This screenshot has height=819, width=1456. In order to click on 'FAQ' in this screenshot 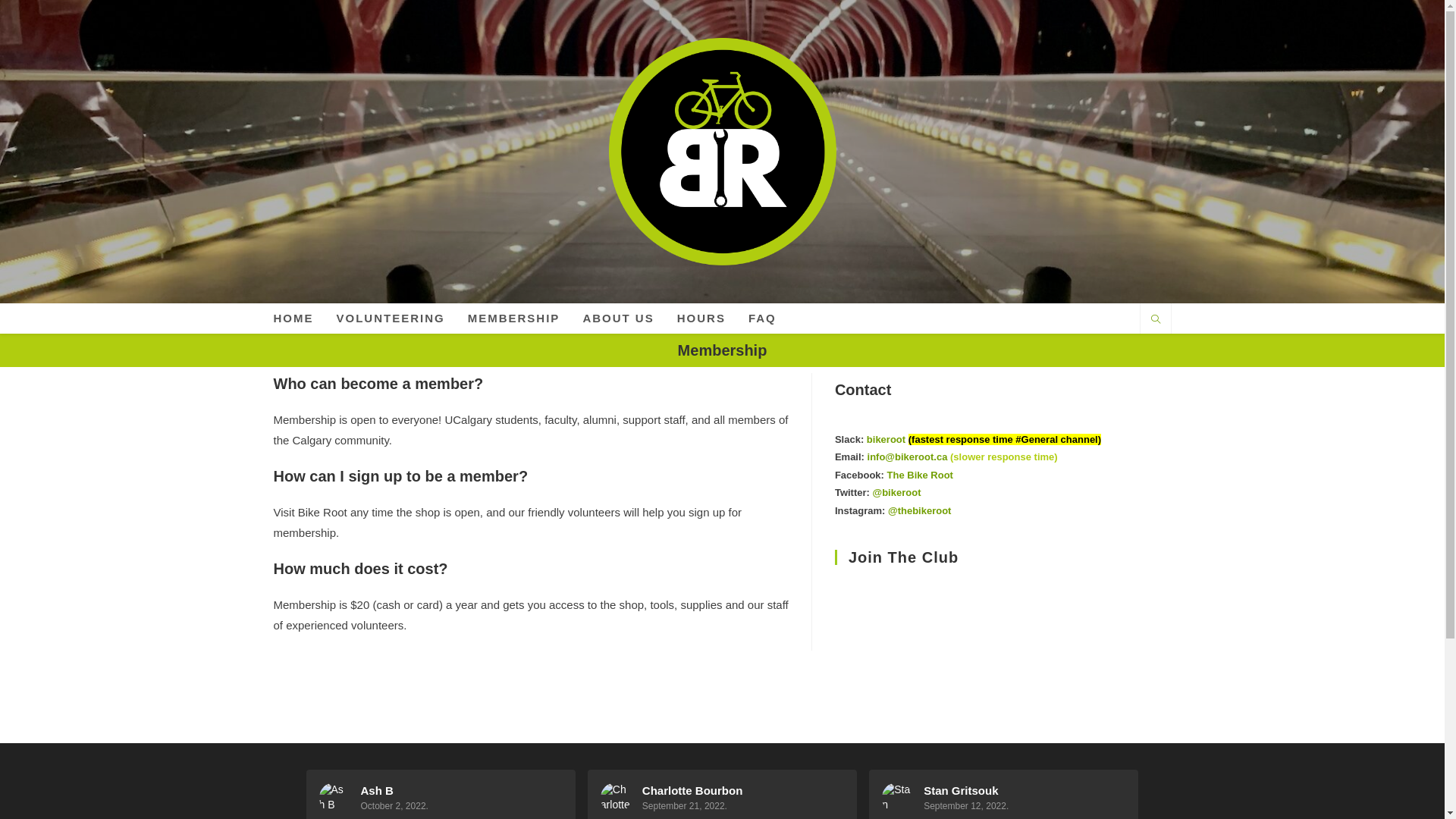, I will do `click(736, 318)`.